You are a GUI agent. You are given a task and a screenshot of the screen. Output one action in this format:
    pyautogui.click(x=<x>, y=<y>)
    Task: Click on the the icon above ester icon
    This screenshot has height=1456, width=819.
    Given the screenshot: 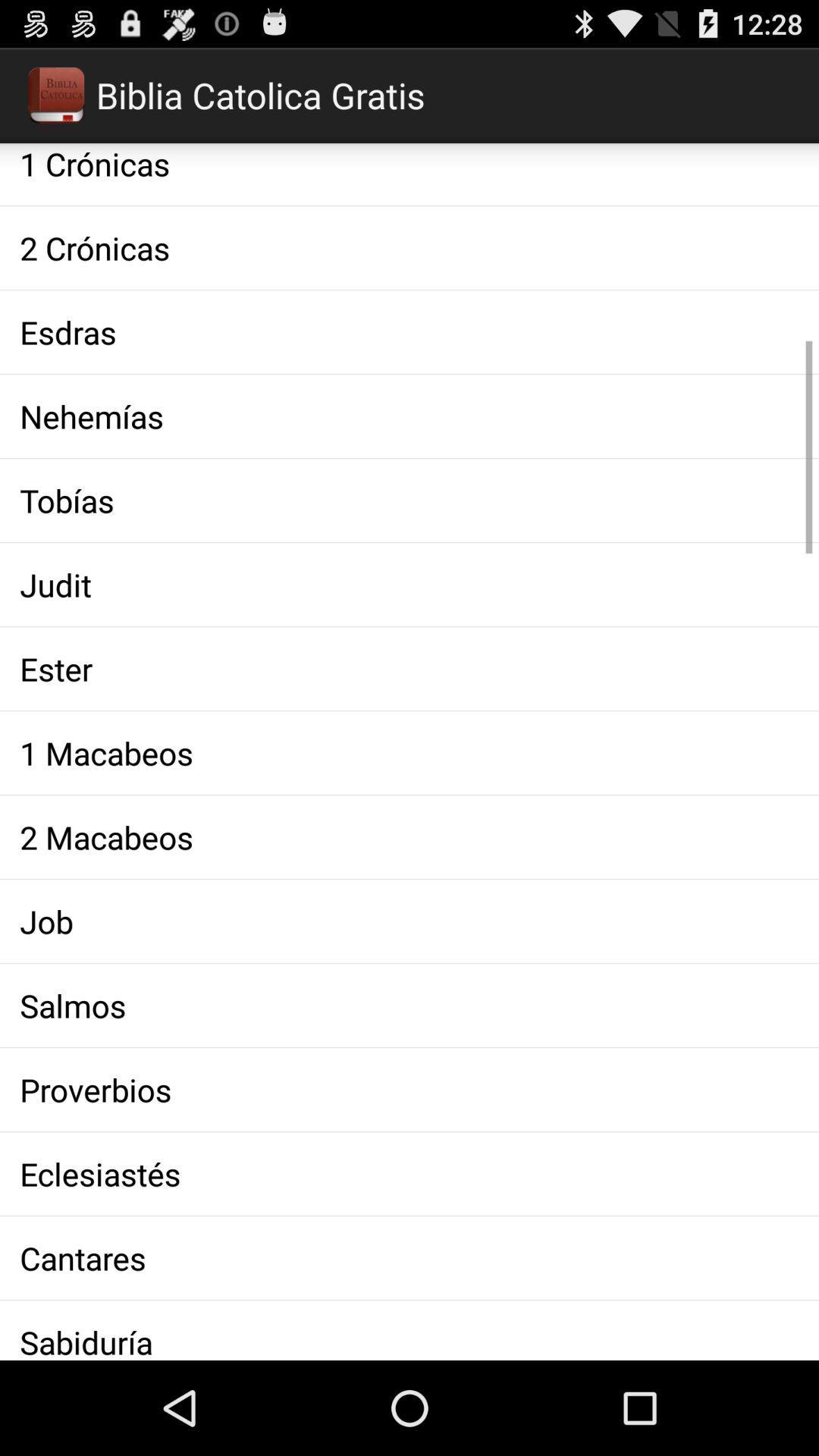 What is the action you would take?
    pyautogui.click(x=409, y=584)
    